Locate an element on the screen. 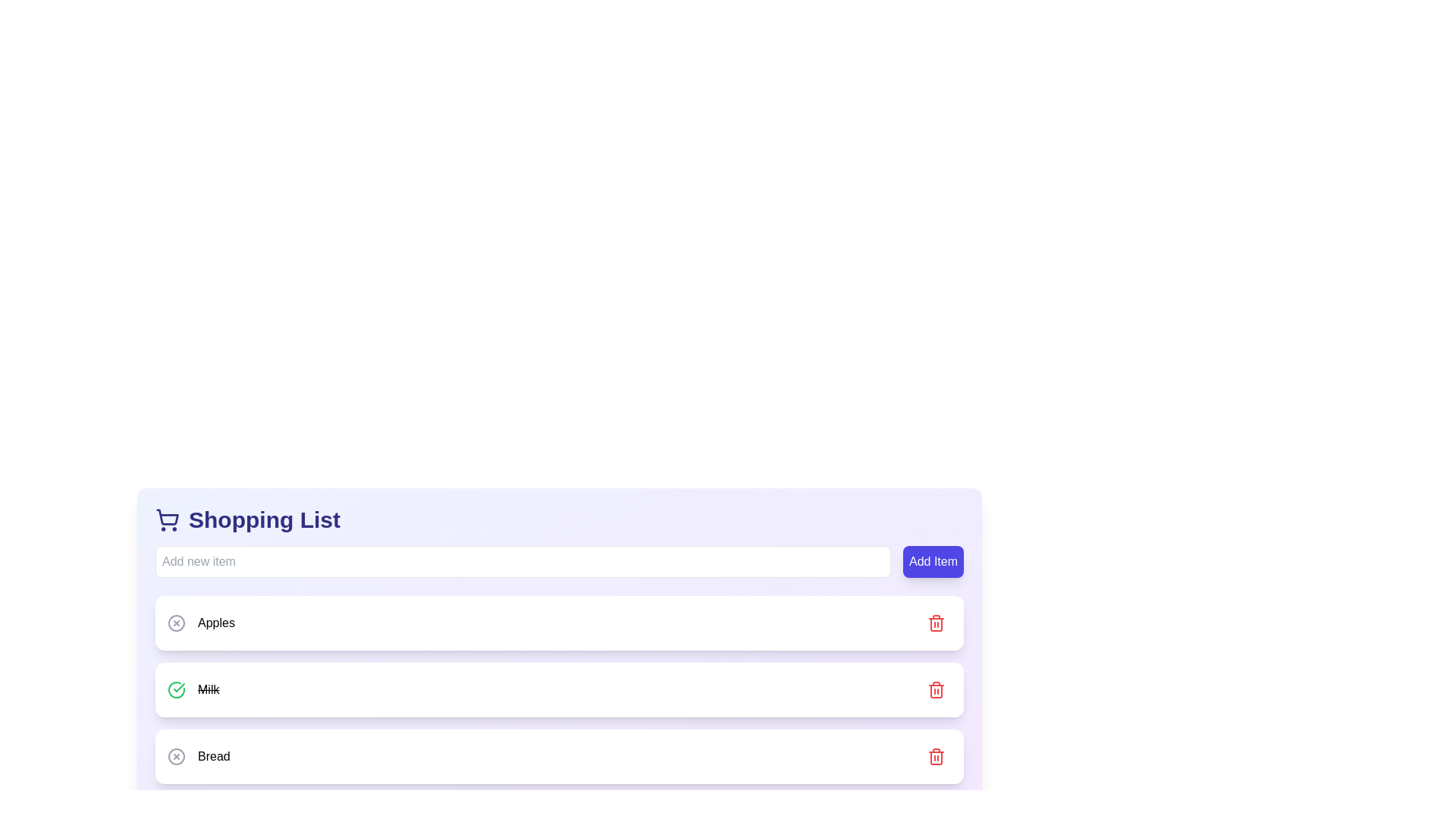 This screenshot has height=819, width=1456. the circular icon with an 'X' mark, which is light gray and located to the left of the 'Apples' text in the shopping list is located at coordinates (177, 623).